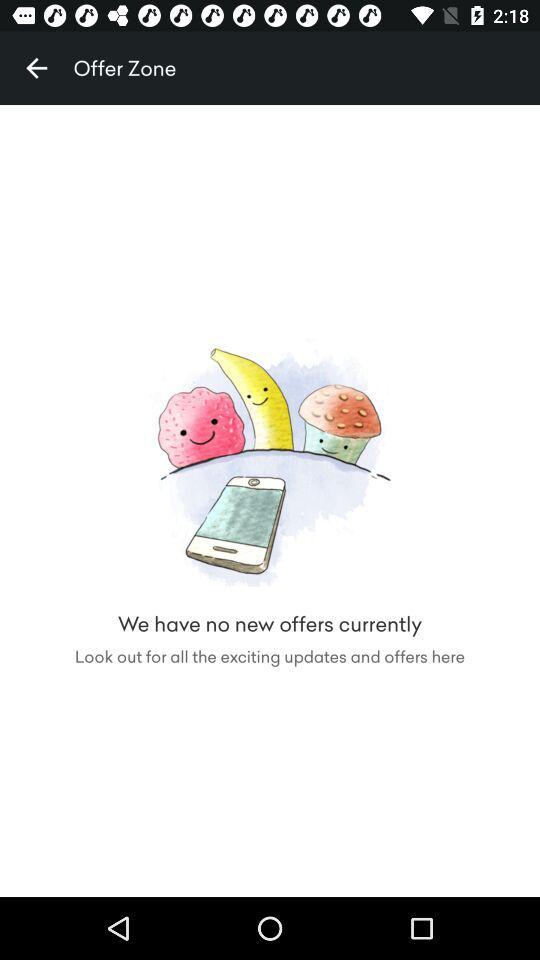 This screenshot has width=540, height=960. What do you see at coordinates (36, 68) in the screenshot?
I see `the icon above the look out for icon` at bounding box center [36, 68].